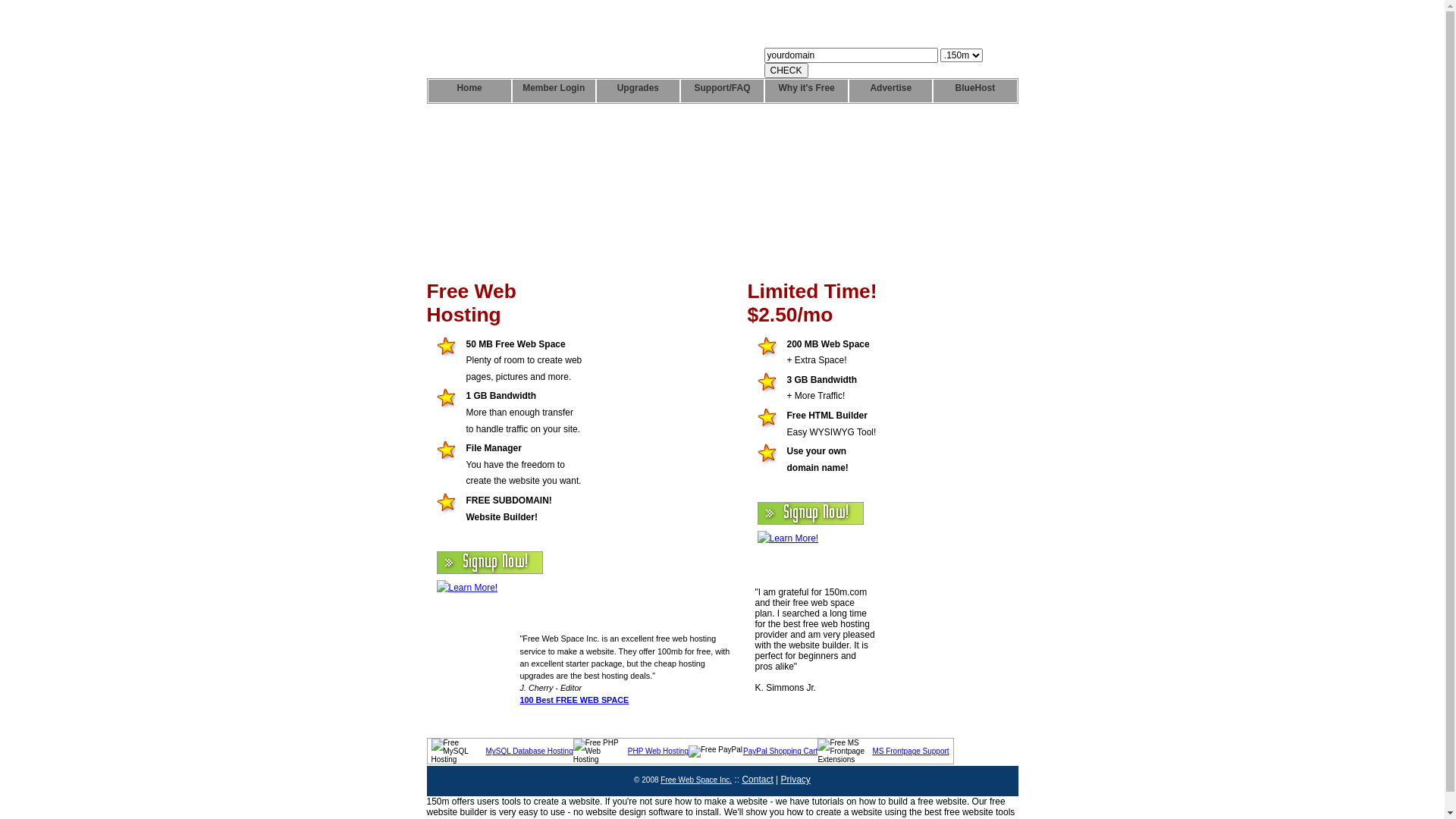 The image size is (1456, 819). What do you see at coordinates (910, 751) in the screenshot?
I see `'MS Frontpage Support'` at bounding box center [910, 751].